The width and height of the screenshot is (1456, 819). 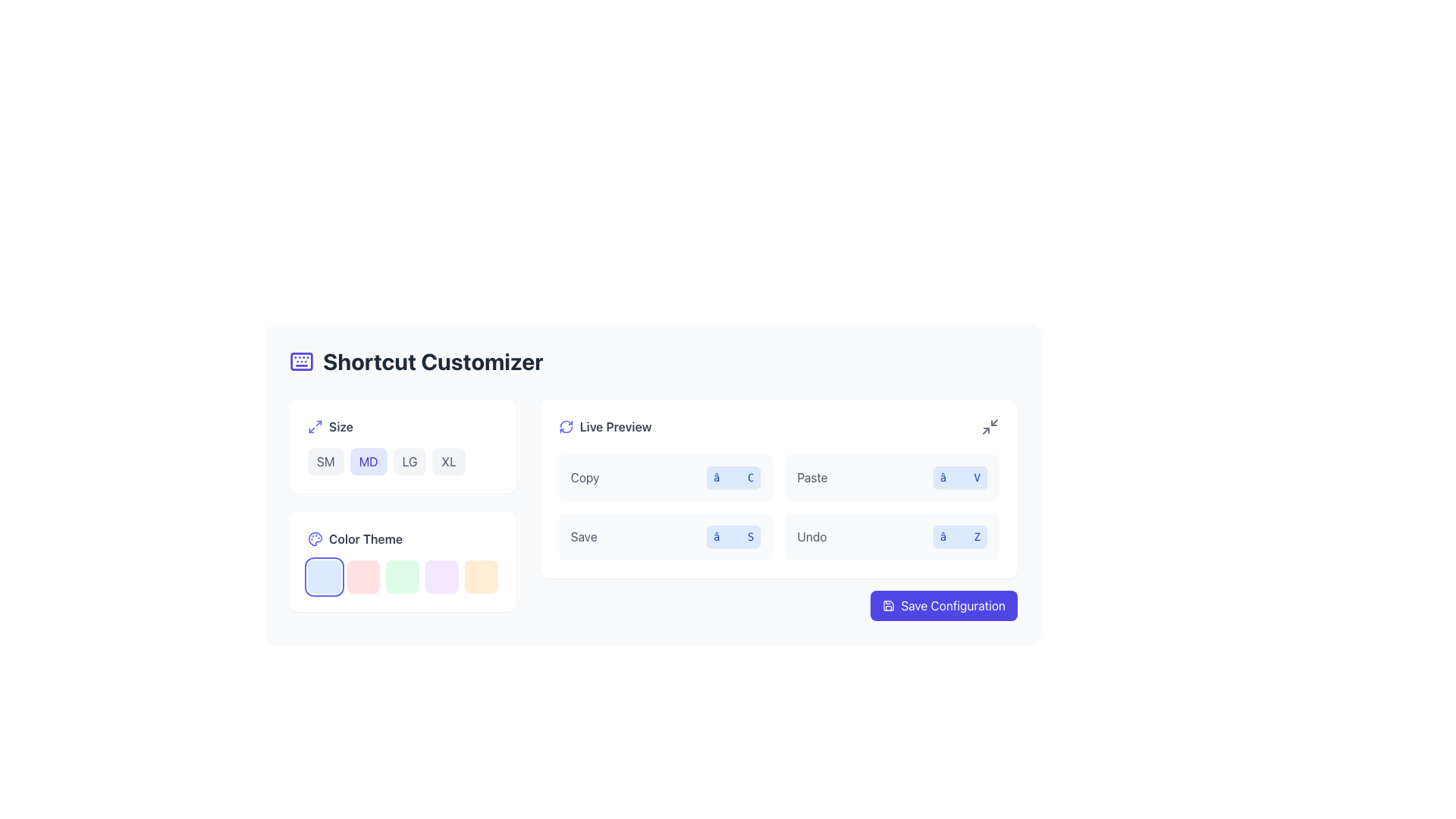 I want to click on the 'Undo' text label, which is styled with a gray font color and is positioned in the bottom-right area of the command list labeled 'Live Preview', to associate it with its adjacent shortcut, so click(x=811, y=536).